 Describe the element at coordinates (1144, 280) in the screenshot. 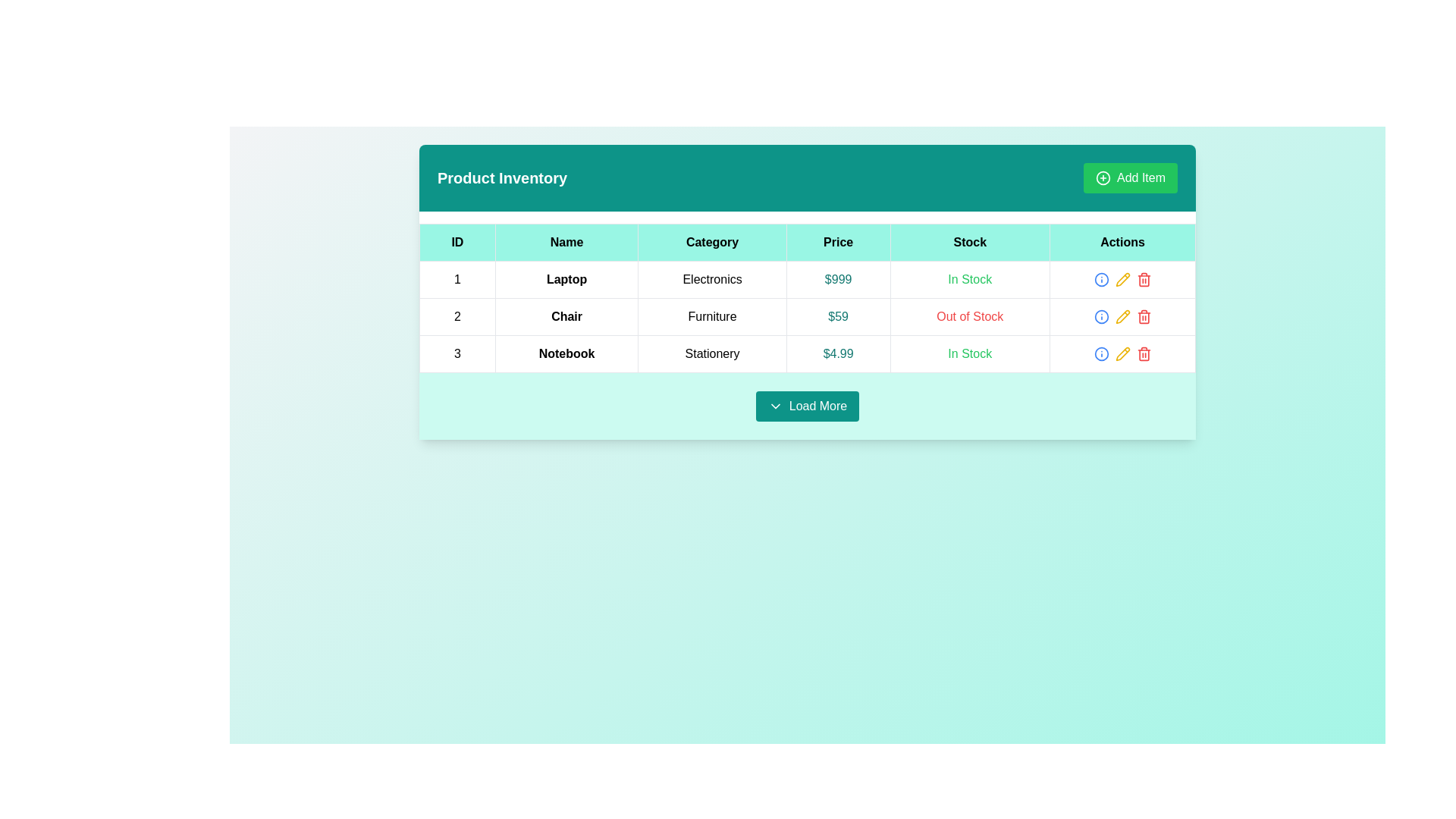

I see `the delete button icon located in the 'Actions' column of the last row in the data table to observe its hover effect` at that location.